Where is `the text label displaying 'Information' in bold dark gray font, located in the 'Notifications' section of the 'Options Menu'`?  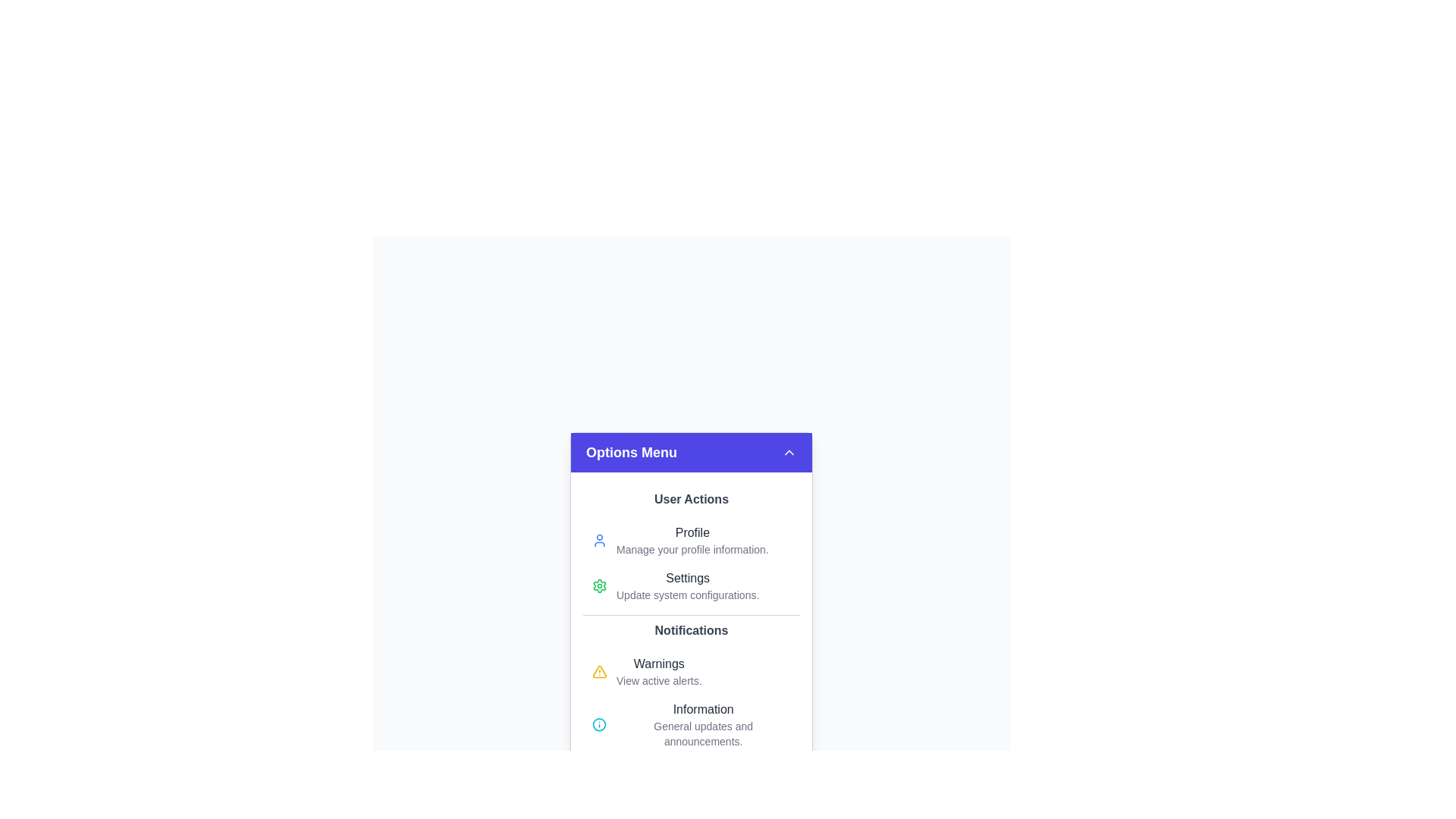 the text label displaying 'Information' in bold dark gray font, located in the 'Notifications' section of the 'Options Menu' is located at coordinates (702, 710).